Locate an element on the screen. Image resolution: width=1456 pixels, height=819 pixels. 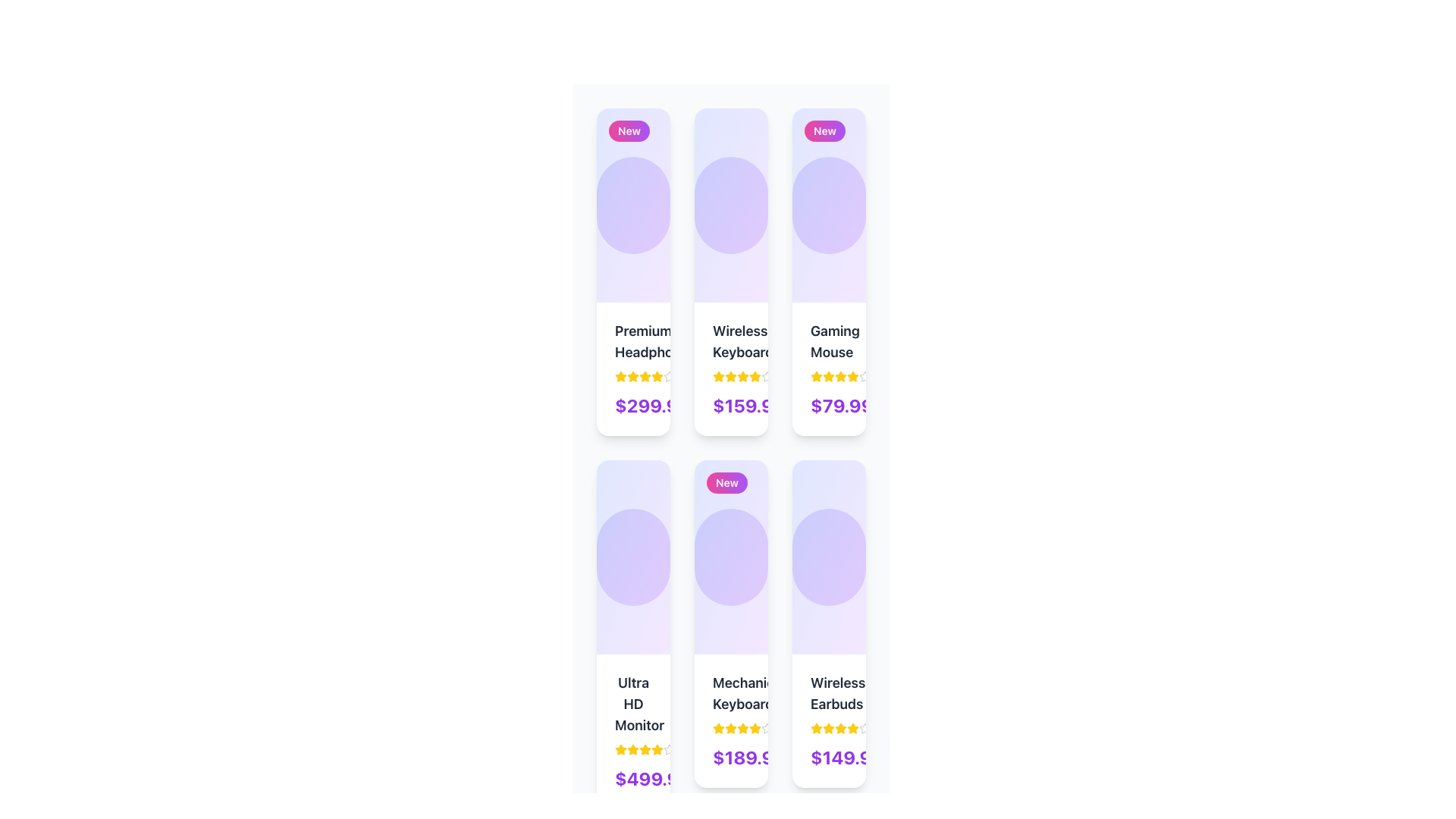
the yellow star icon used for ratings in the second card of the grid layout is located at coordinates (731, 727).